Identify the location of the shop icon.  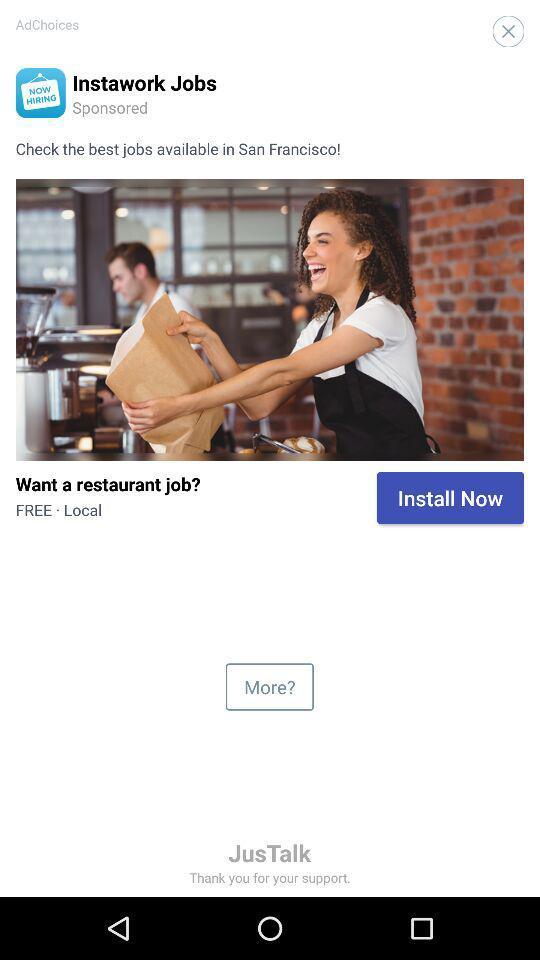
(40, 93).